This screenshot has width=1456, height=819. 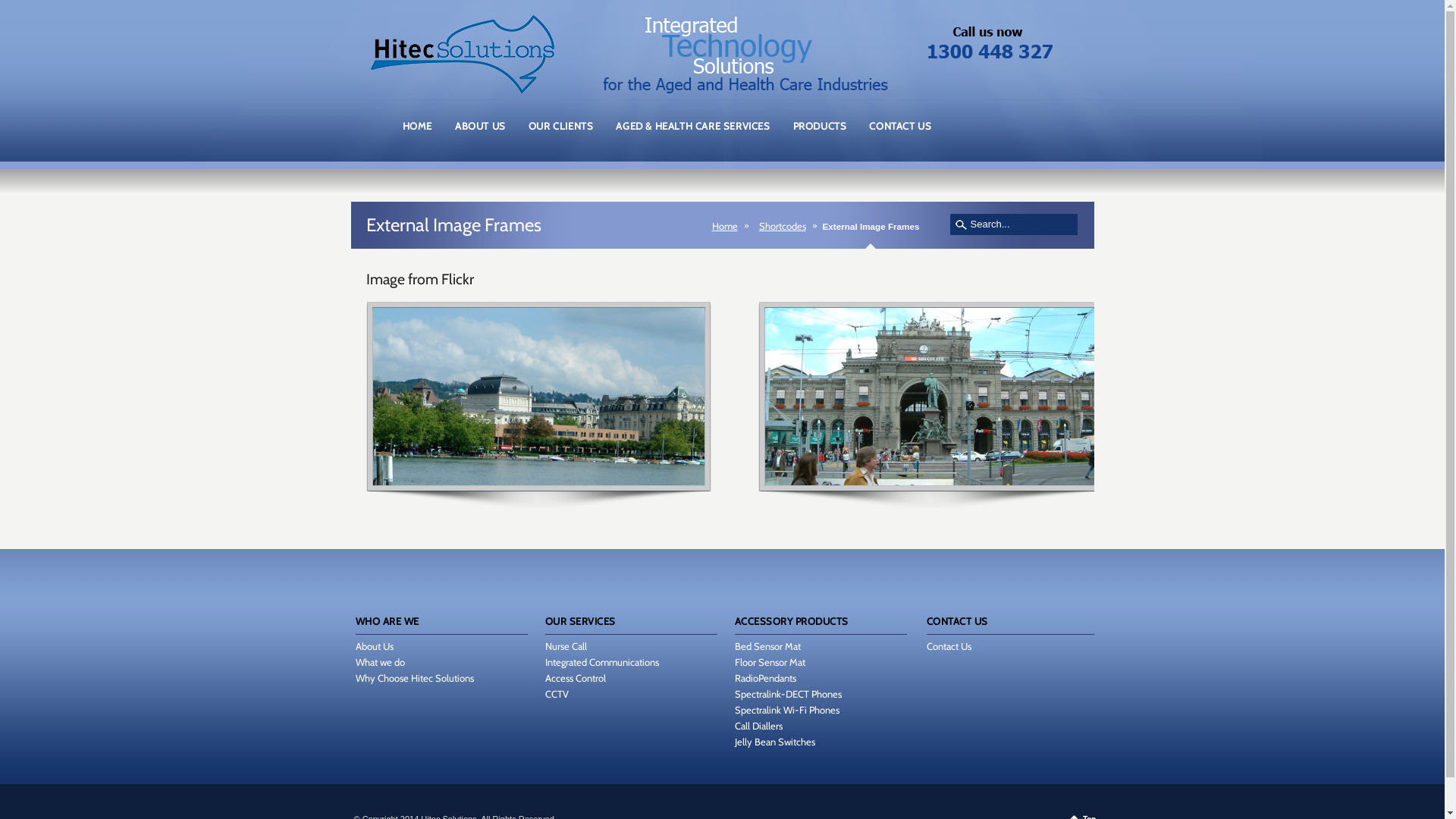 What do you see at coordinates (787, 693) in the screenshot?
I see `'Spectralink-DECT Phones'` at bounding box center [787, 693].